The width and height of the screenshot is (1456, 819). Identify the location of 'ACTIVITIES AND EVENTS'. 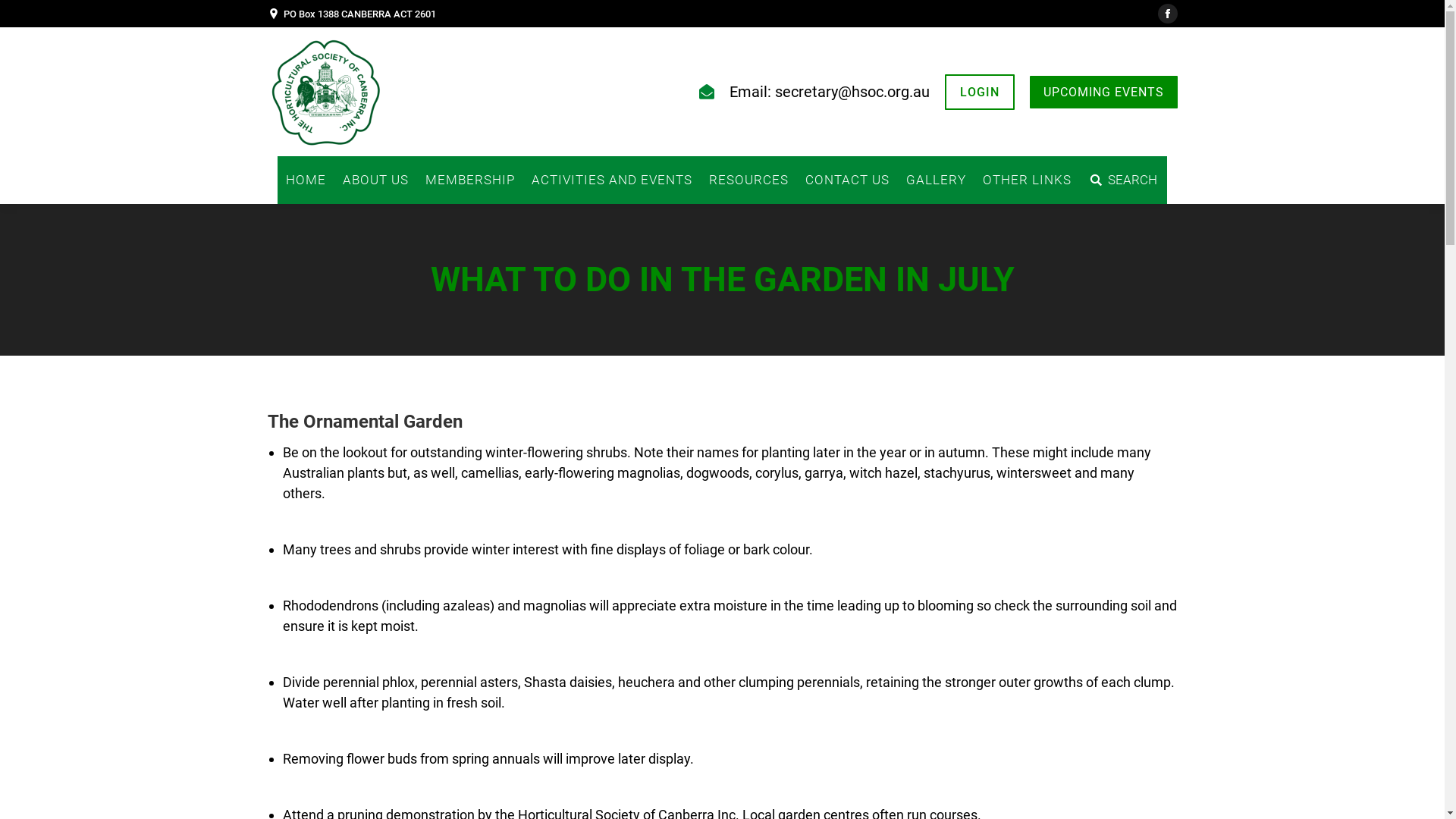
(523, 179).